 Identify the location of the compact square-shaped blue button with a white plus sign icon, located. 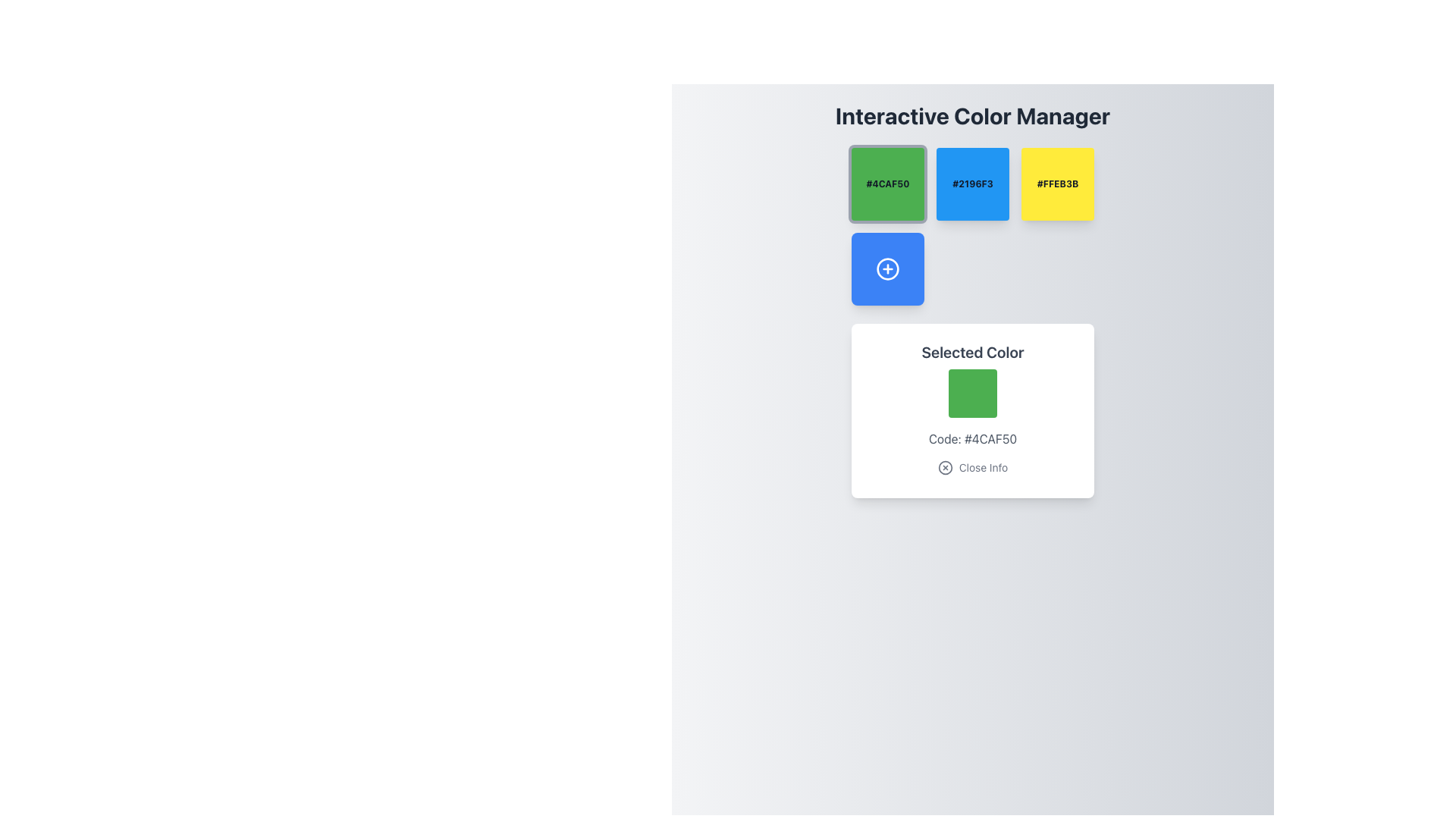
(888, 268).